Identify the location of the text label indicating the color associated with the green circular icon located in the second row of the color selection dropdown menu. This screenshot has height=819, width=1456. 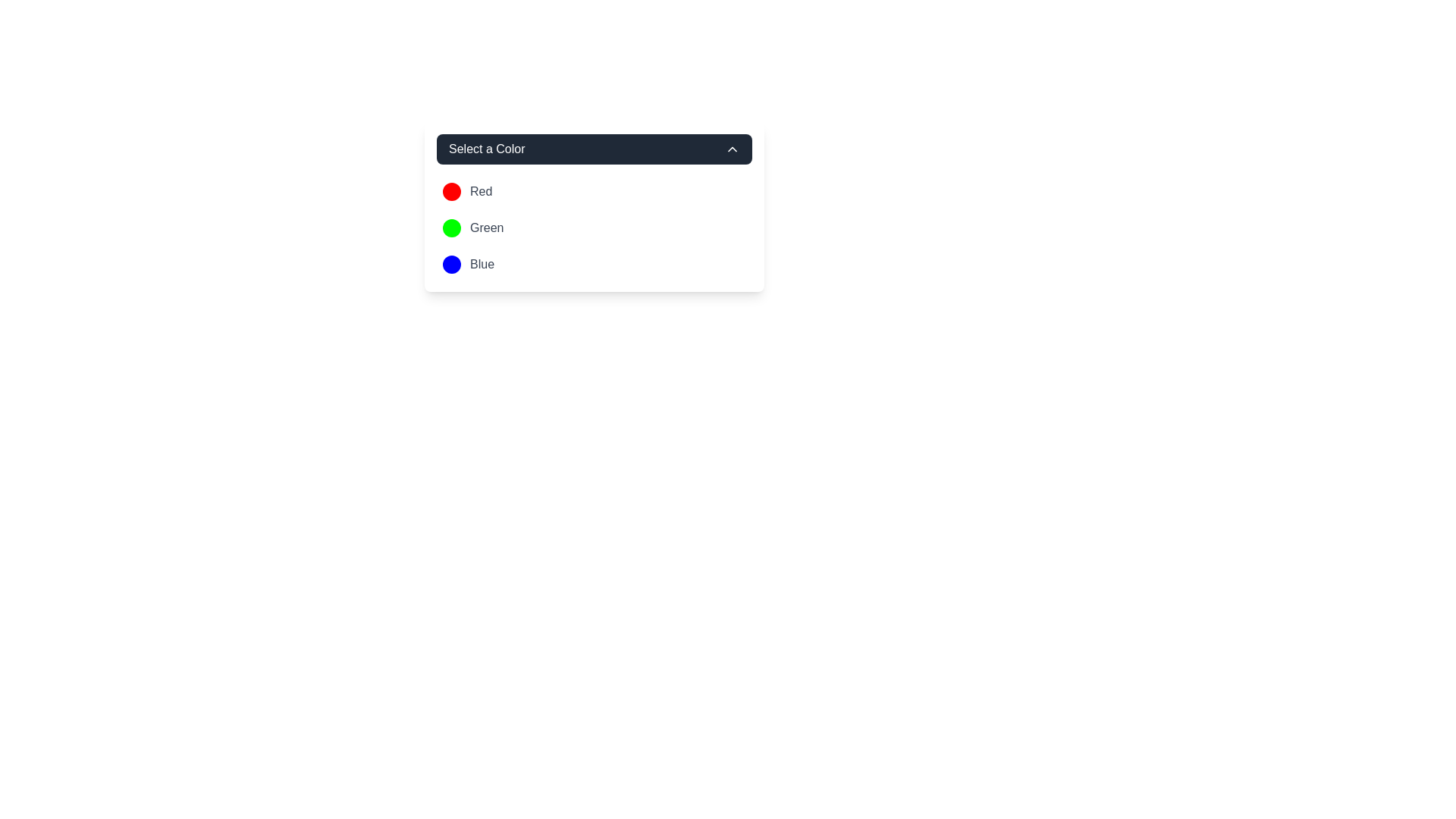
(487, 227).